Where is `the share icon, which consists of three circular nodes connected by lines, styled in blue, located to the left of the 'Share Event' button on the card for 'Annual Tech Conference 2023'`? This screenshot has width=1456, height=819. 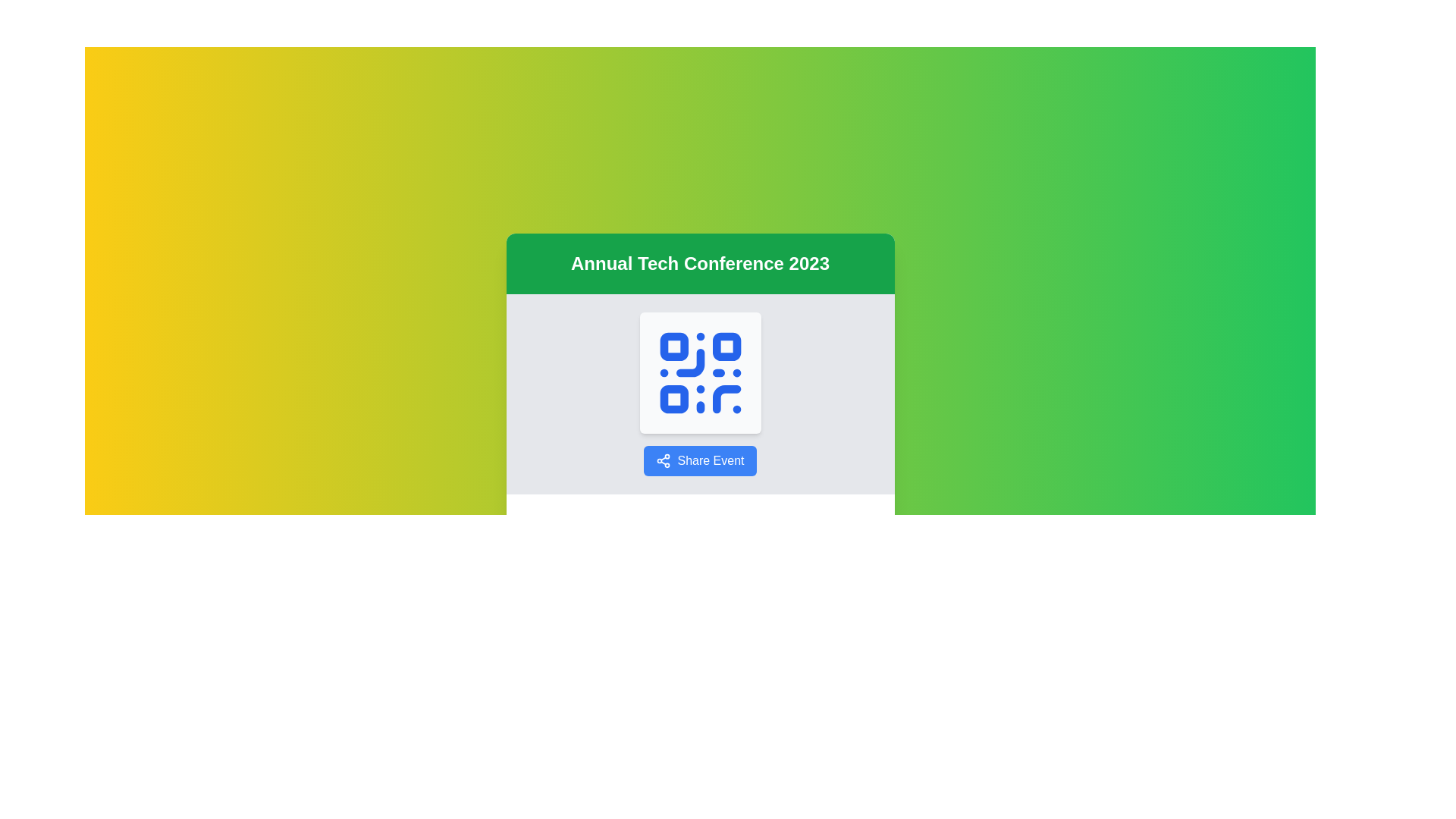
the share icon, which consists of three circular nodes connected by lines, styled in blue, located to the left of the 'Share Event' button on the card for 'Annual Tech Conference 2023' is located at coordinates (664, 460).